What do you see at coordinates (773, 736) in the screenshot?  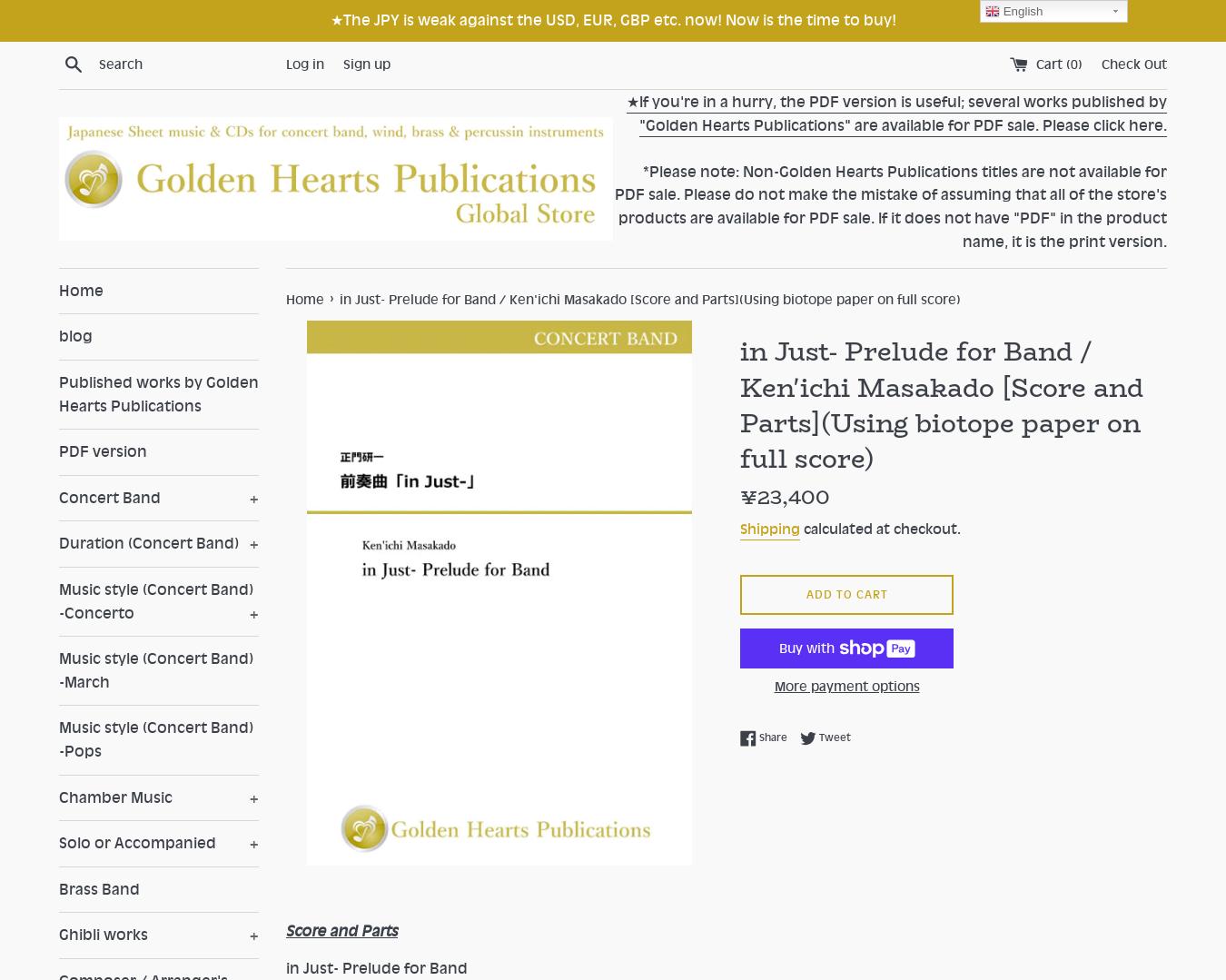 I see `'Share'` at bounding box center [773, 736].